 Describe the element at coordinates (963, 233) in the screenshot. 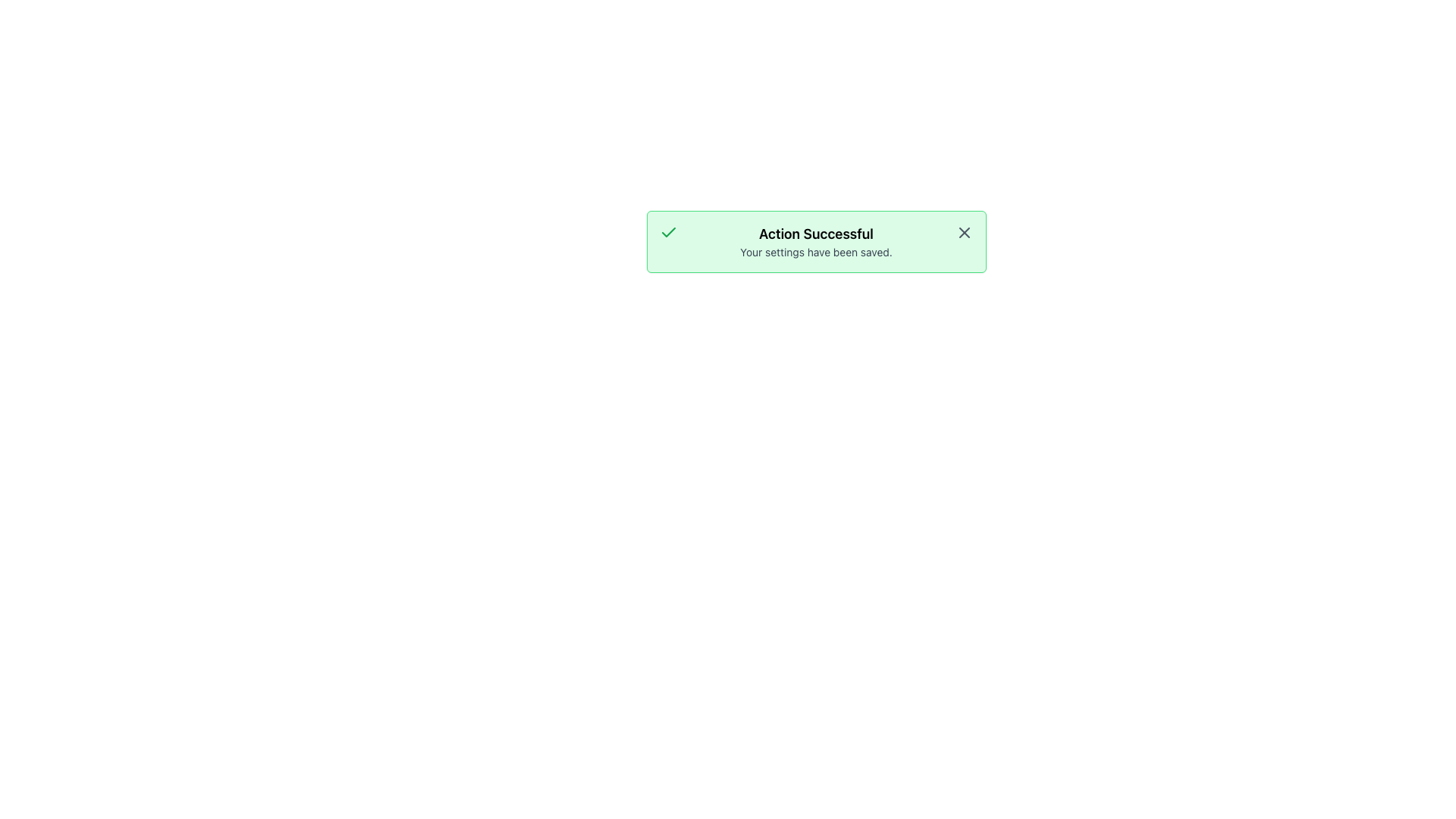

I see `the close icon in the top-right corner of the notification box that displays 'Action Successful' and the message 'Your settings have been saved.'` at that location.